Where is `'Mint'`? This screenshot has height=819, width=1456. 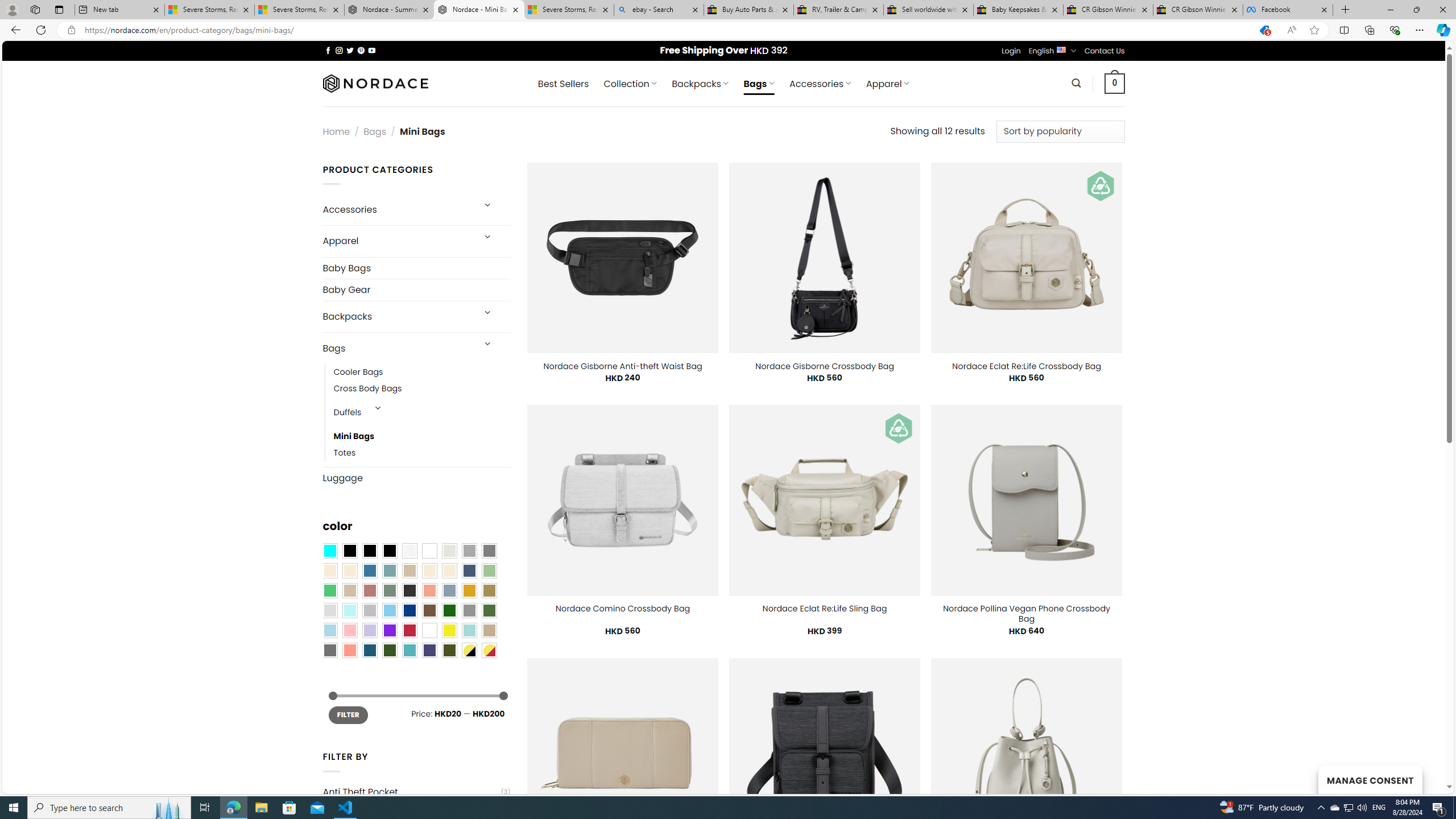 'Mint' is located at coordinates (349, 610).